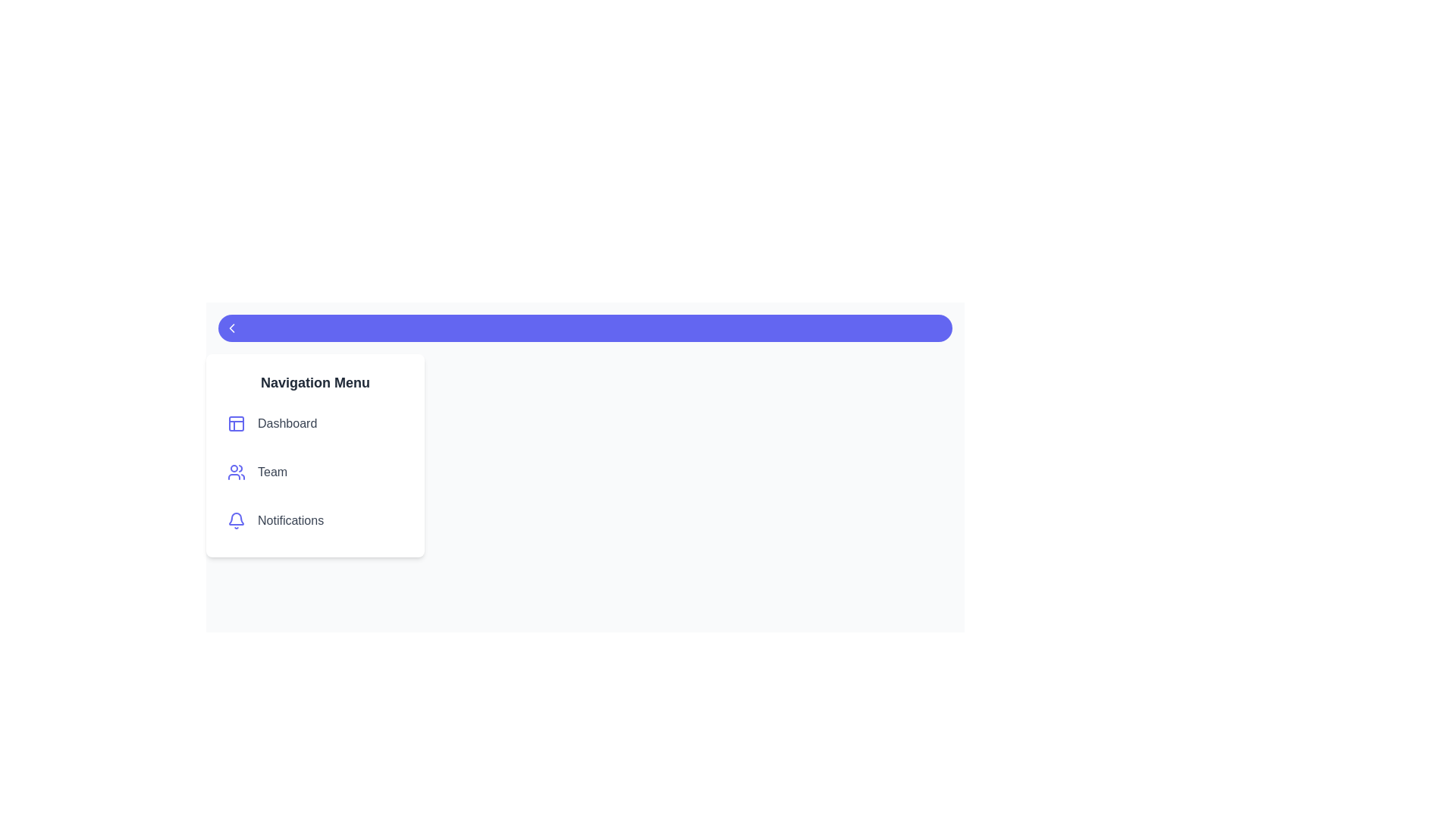 This screenshot has width=1456, height=819. What do you see at coordinates (315, 424) in the screenshot?
I see `the menu item labeled Dashboard to observe the visual feedback` at bounding box center [315, 424].